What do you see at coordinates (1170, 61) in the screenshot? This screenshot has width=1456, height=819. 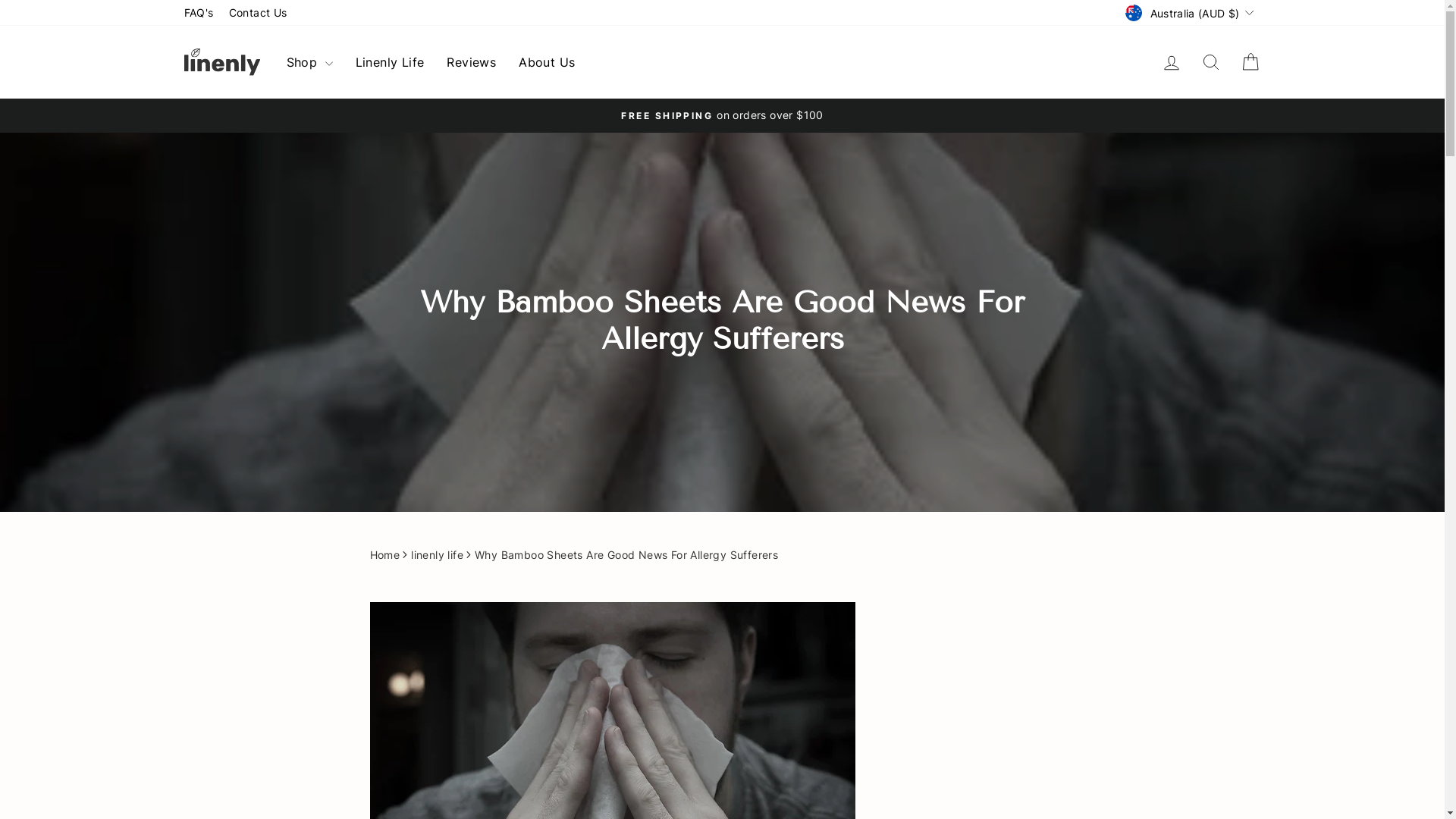 I see `'account` at bounding box center [1170, 61].